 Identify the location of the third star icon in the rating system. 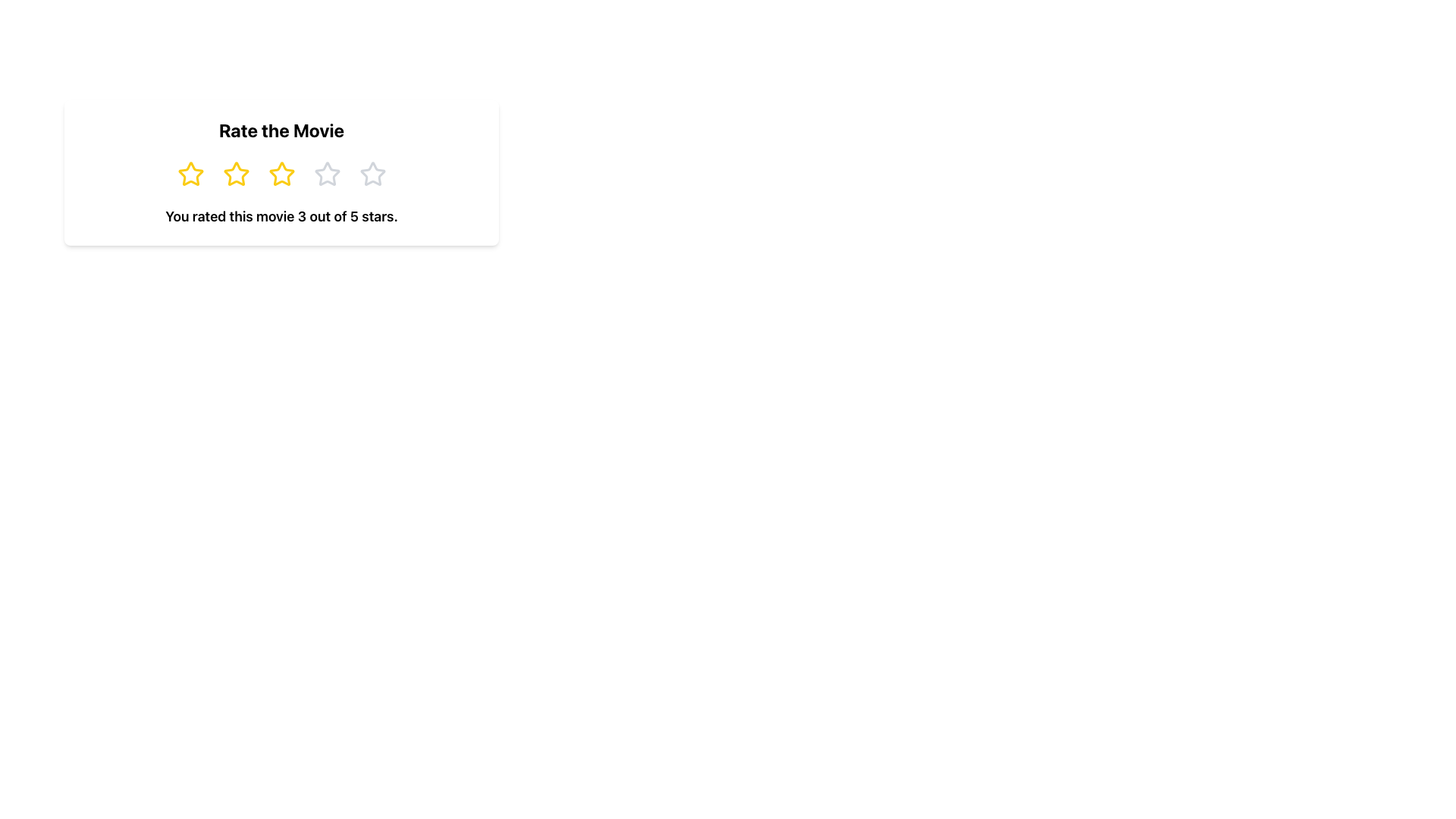
(281, 173).